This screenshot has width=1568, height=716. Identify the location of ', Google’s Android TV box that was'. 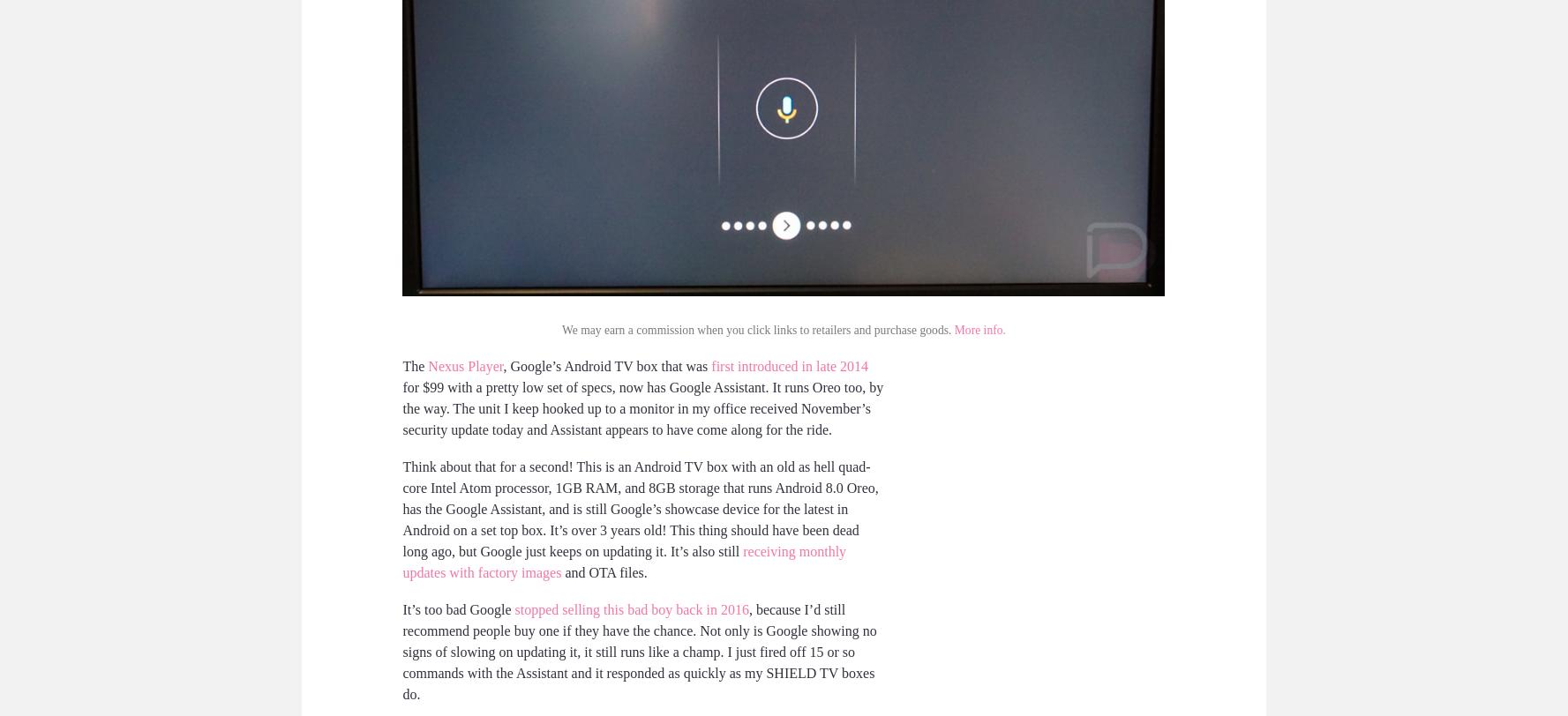
(606, 365).